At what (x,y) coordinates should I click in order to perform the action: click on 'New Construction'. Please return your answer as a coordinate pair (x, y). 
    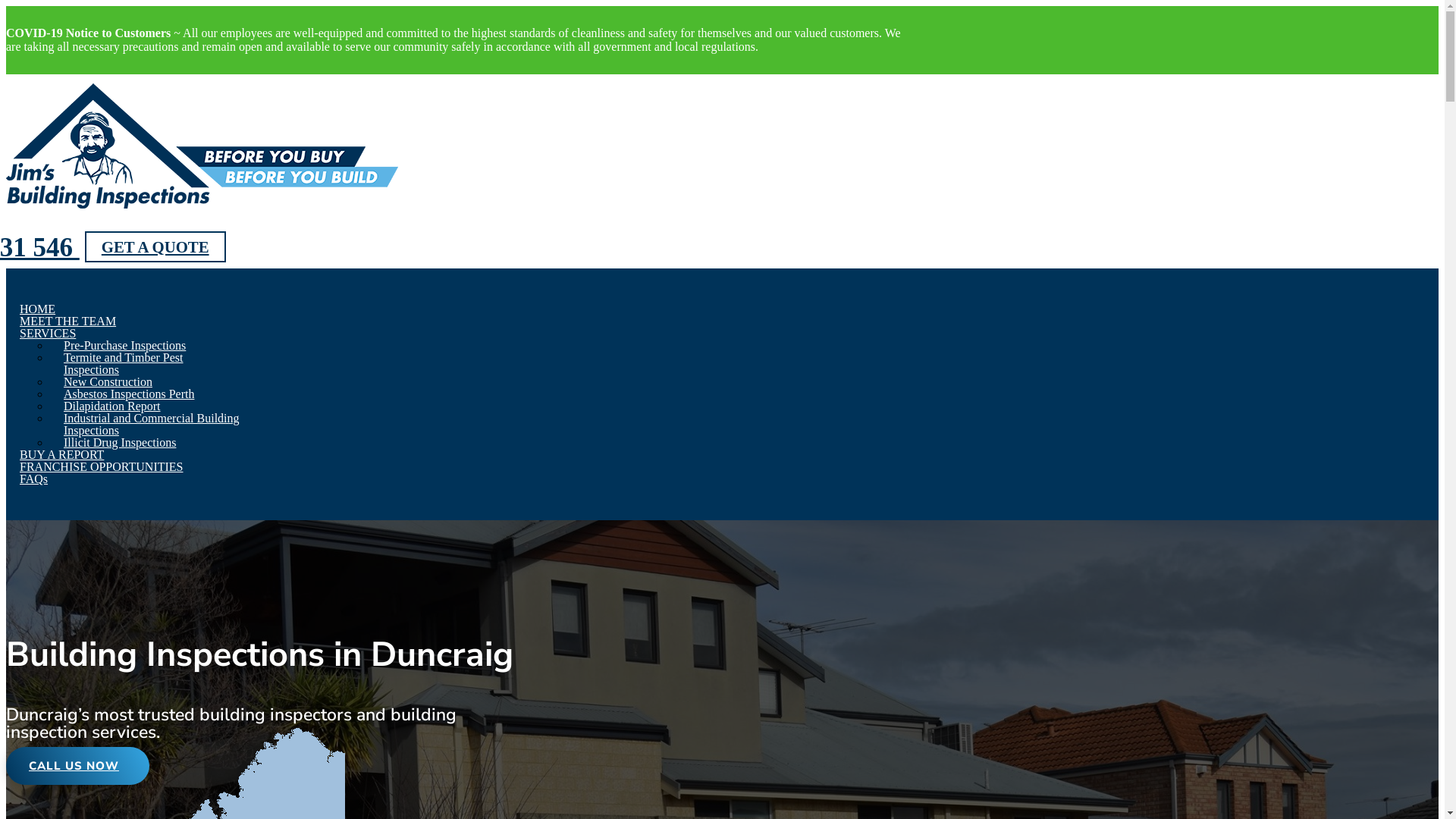
    Looking at the image, I should click on (107, 381).